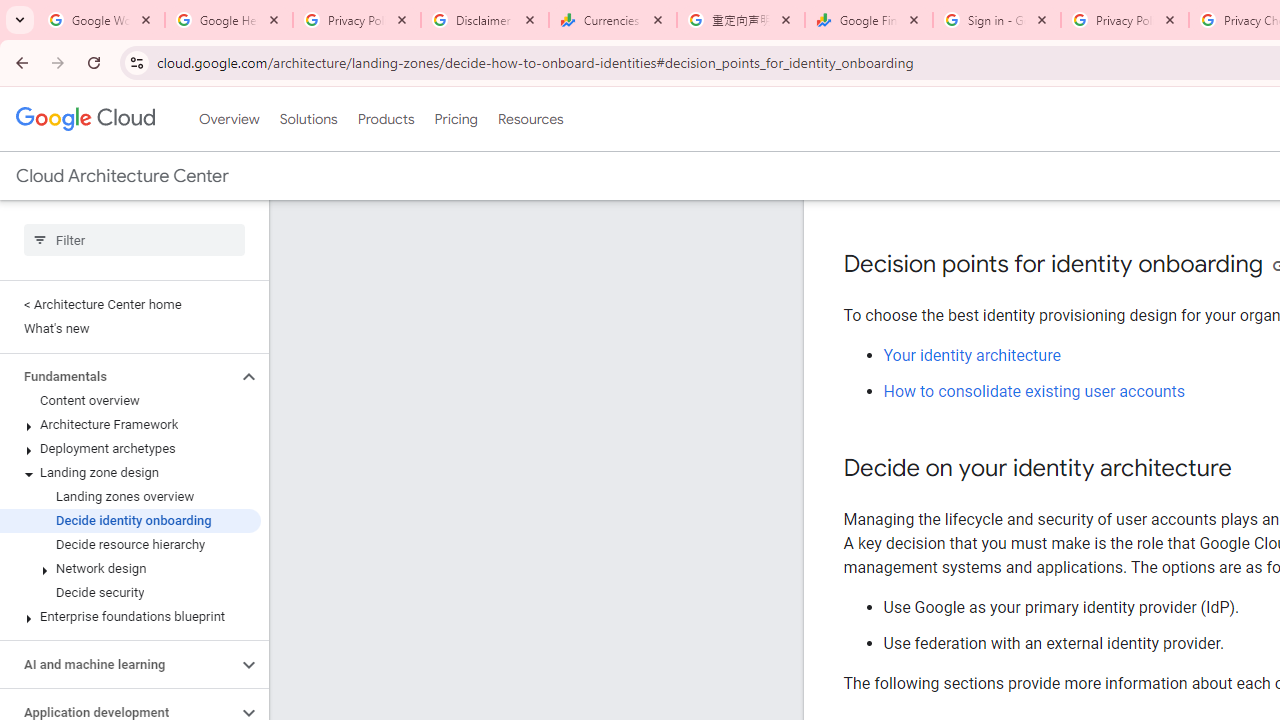 The height and width of the screenshot is (720, 1280). What do you see at coordinates (129, 519) in the screenshot?
I see `'Decide identity onboarding'` at bounding box center [129, 519].